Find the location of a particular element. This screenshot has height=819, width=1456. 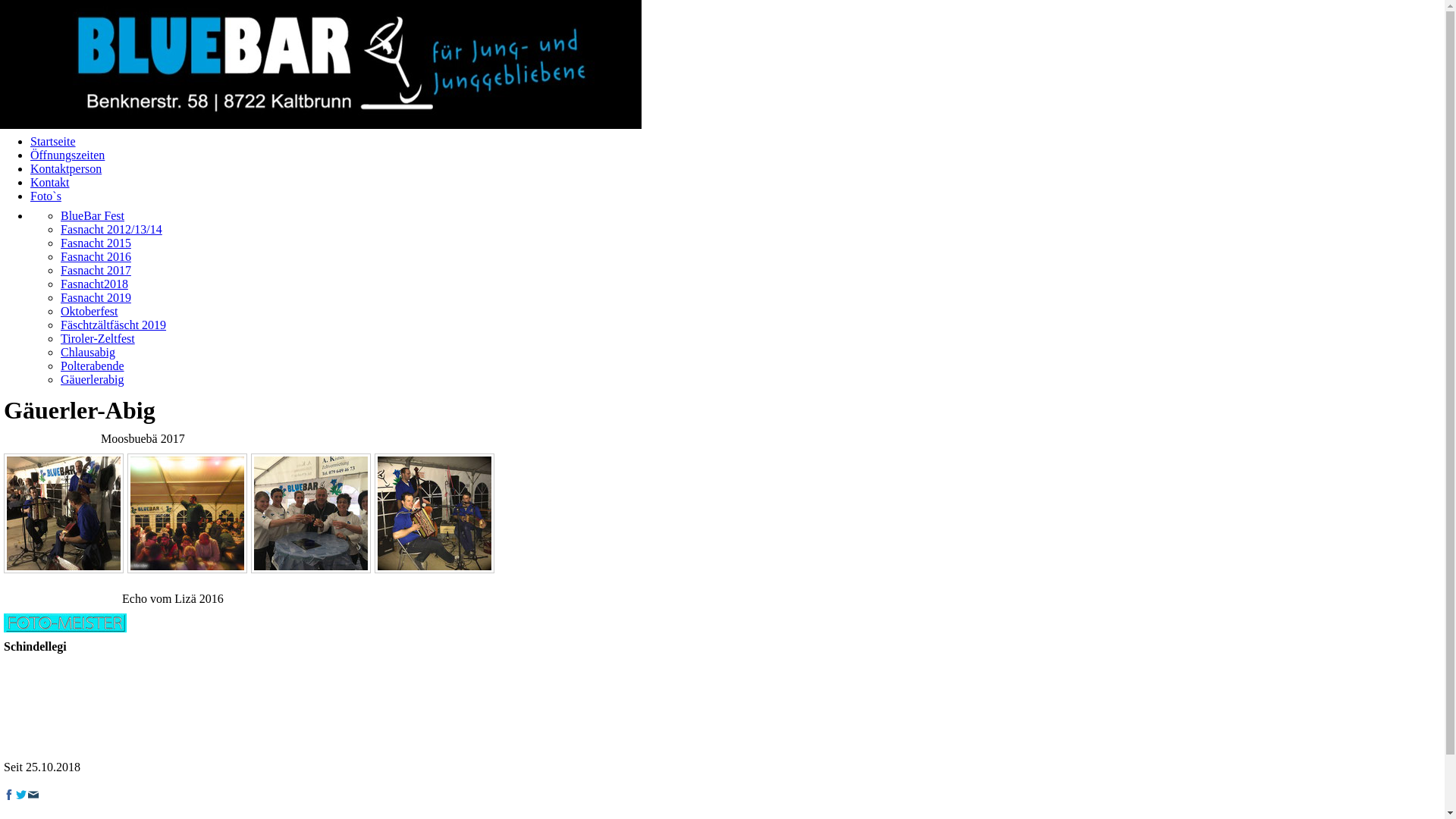

'E-Mail' is located at coordinates (33, 794).